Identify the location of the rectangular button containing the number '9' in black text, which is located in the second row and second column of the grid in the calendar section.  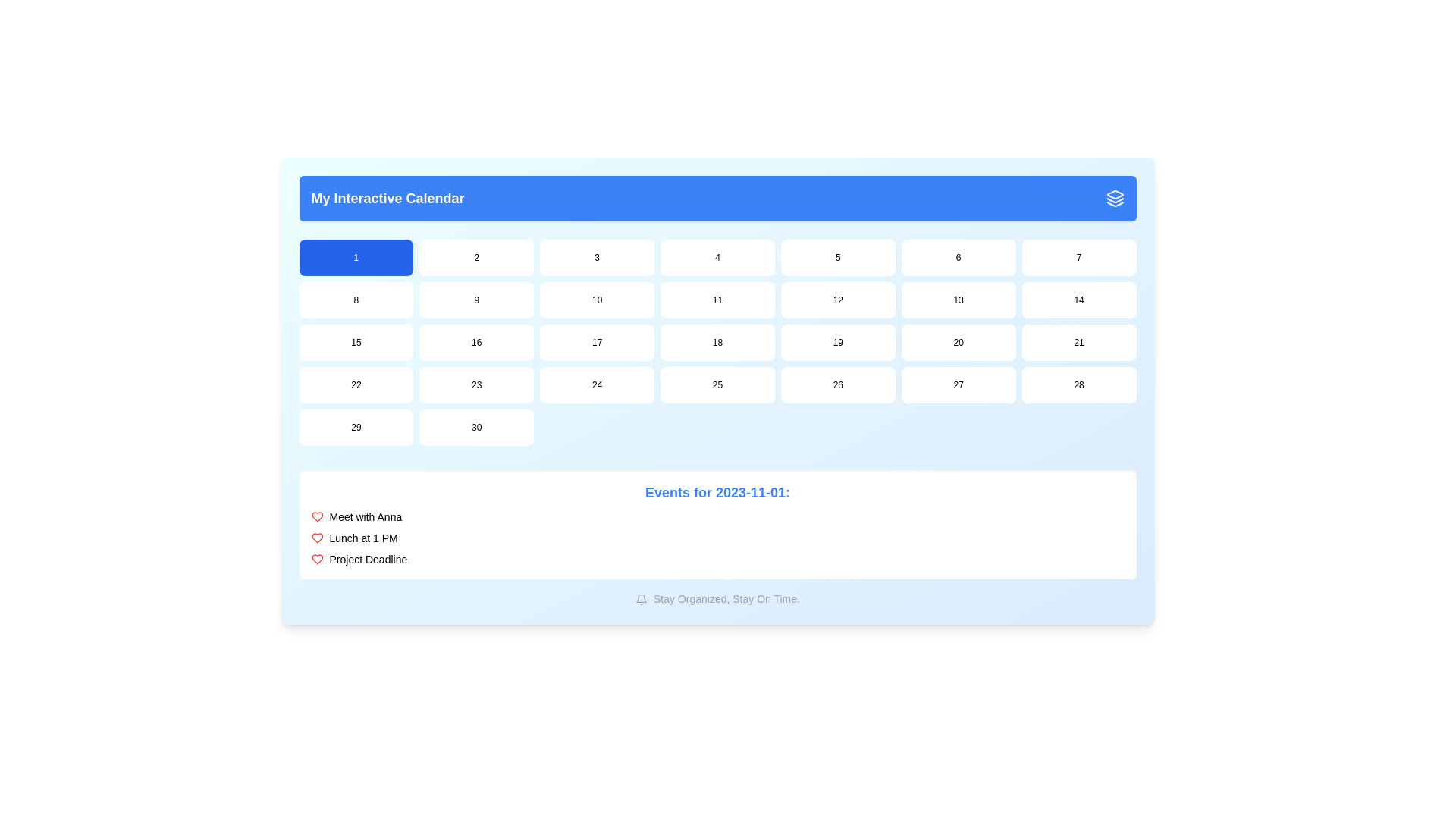
(475, 300).